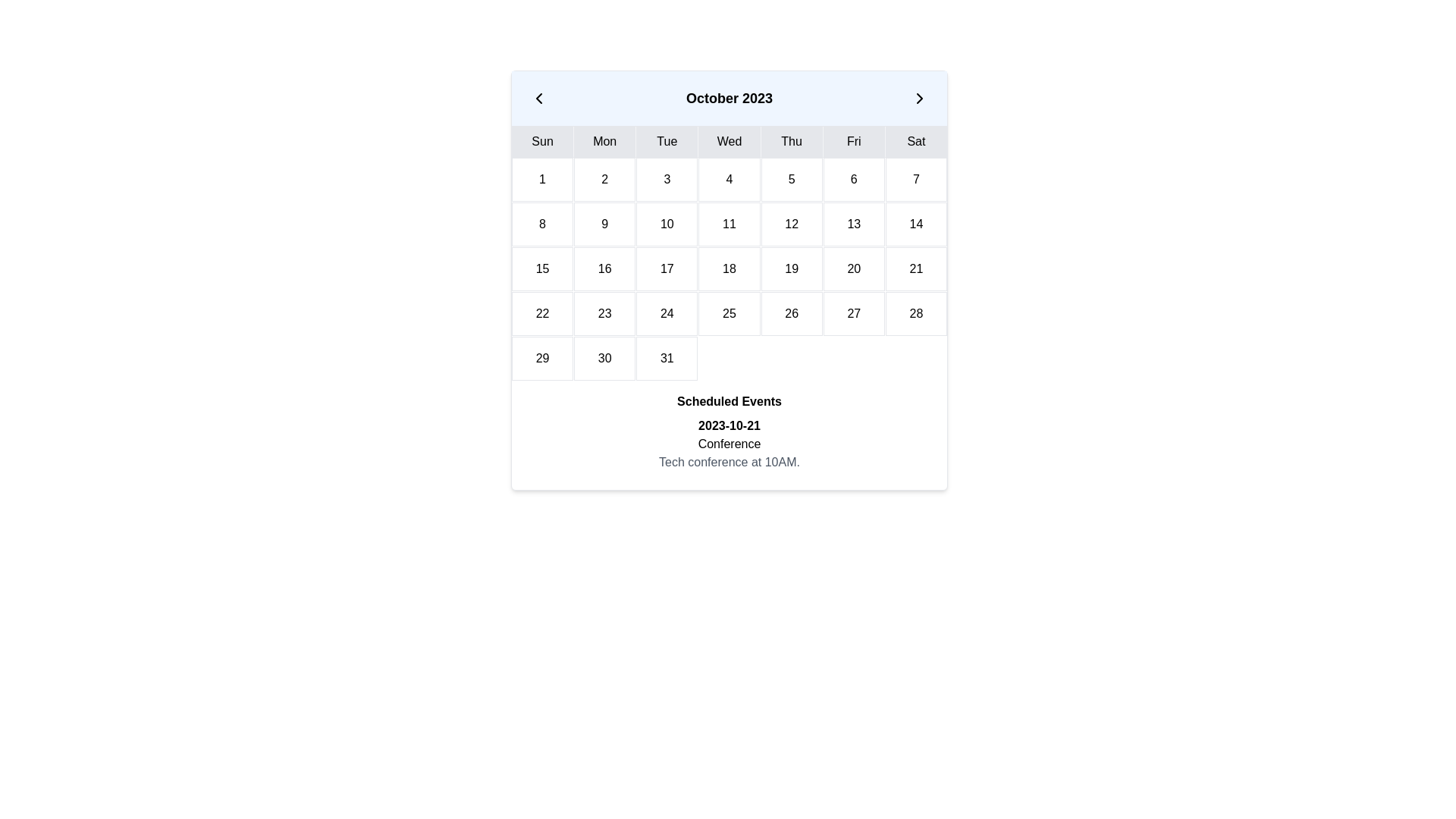 Image resolution: width=1456 pixels, height=819 pixels. What do you see at coordinates (915, 224) in the screenshot?
I see `to select the date cell representing the 14th of October 2023 in the calendar interface, located at the second row and seventh column of the grid` at bounding box center [915, 224].